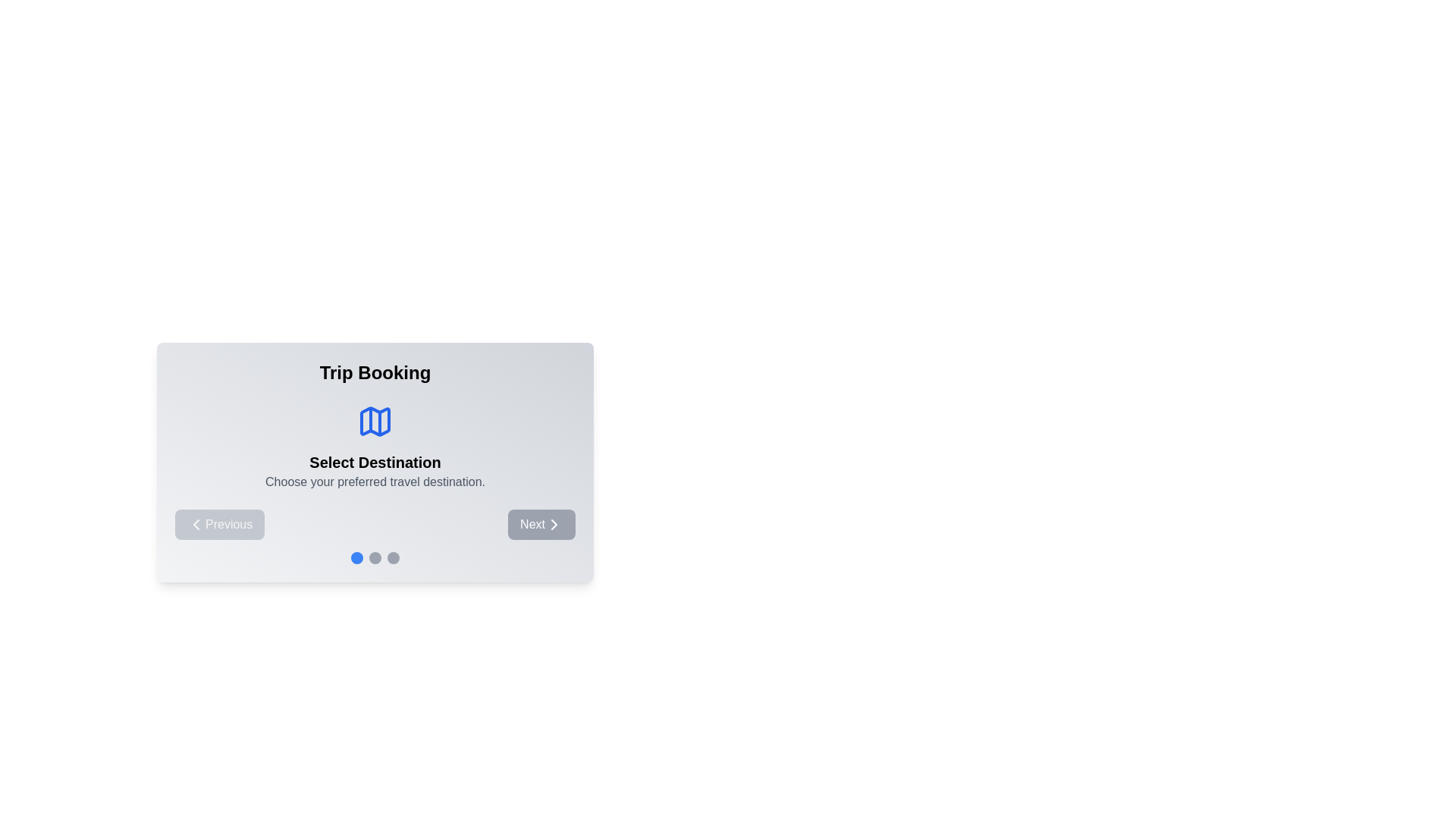  I want to click on the second button in the navigation bar at the bottom of the dialog box, so click(541, 523).